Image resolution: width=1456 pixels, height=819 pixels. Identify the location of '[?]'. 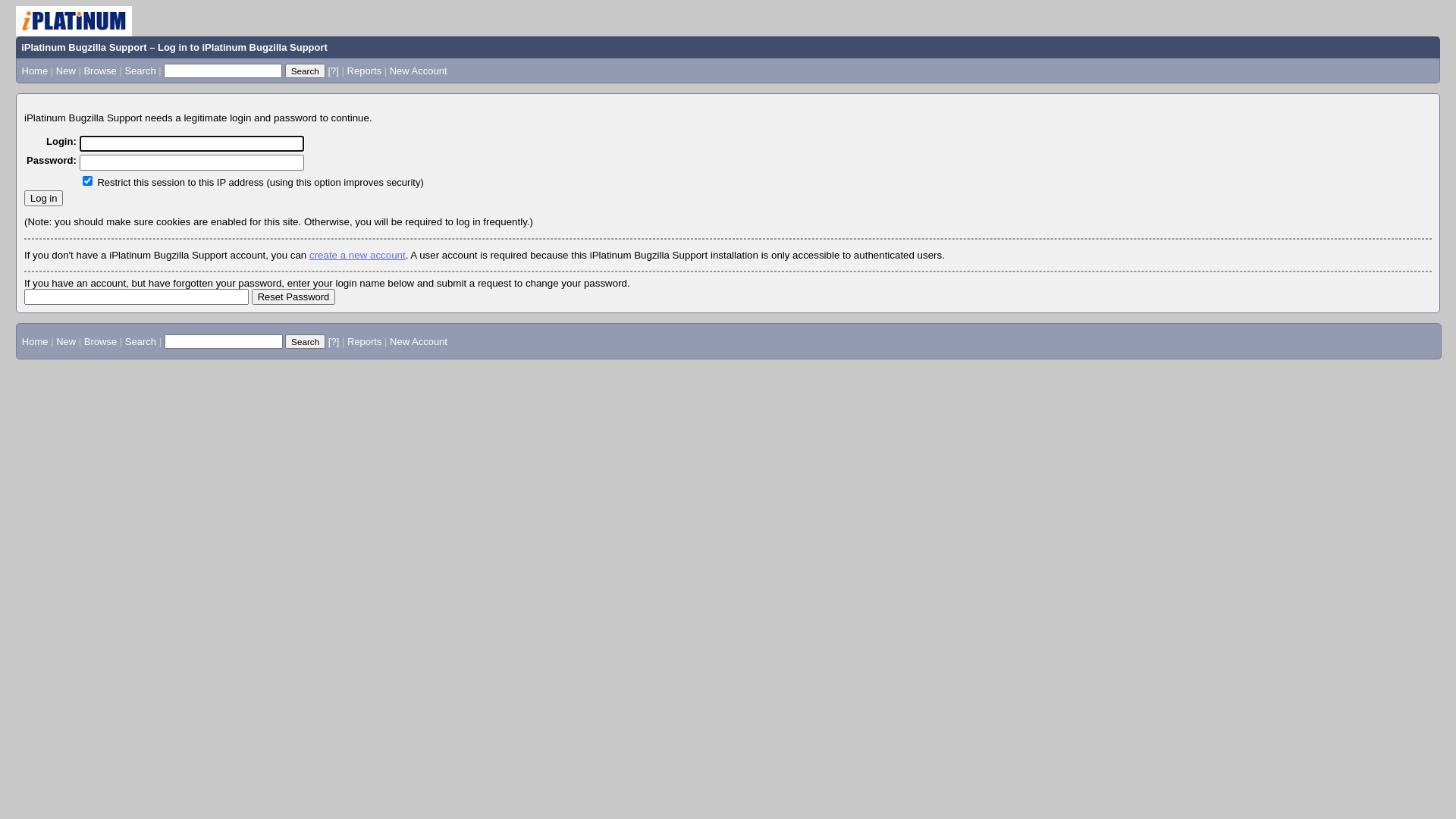
(331, 71).